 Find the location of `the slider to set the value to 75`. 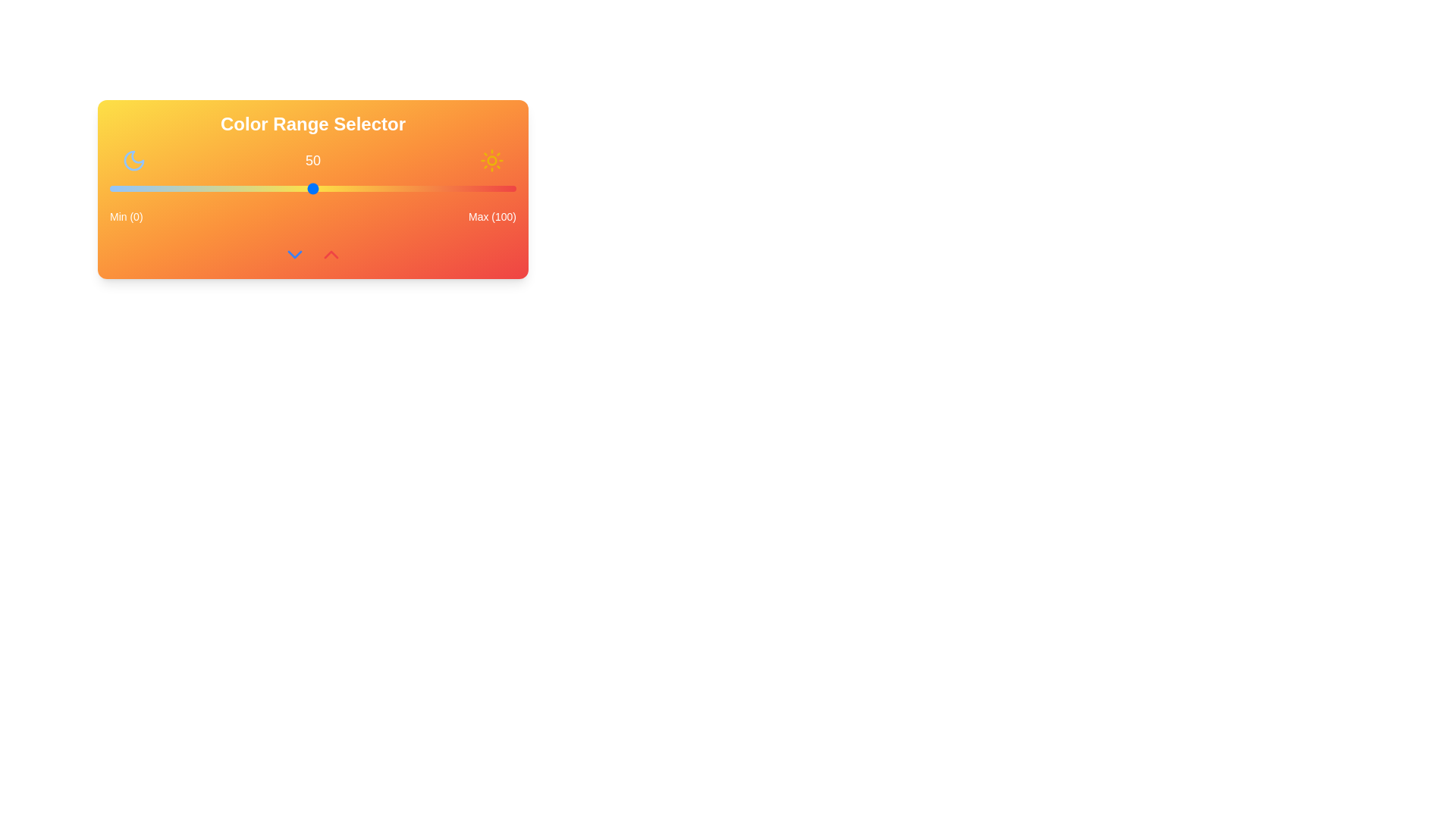

the slider to set the value to 75 is located at coordinates (415, 188).